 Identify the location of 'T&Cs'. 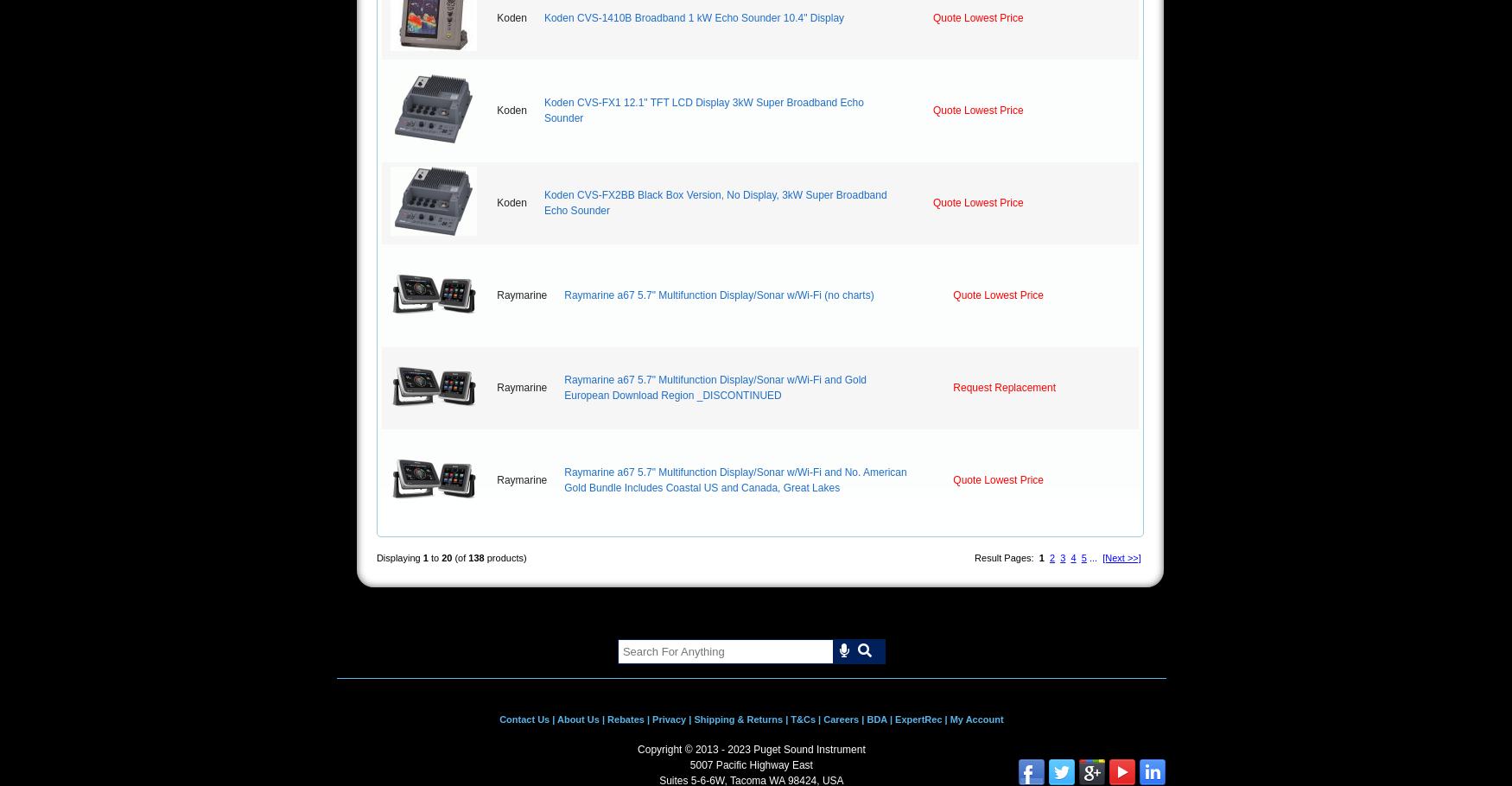
(802, 719).